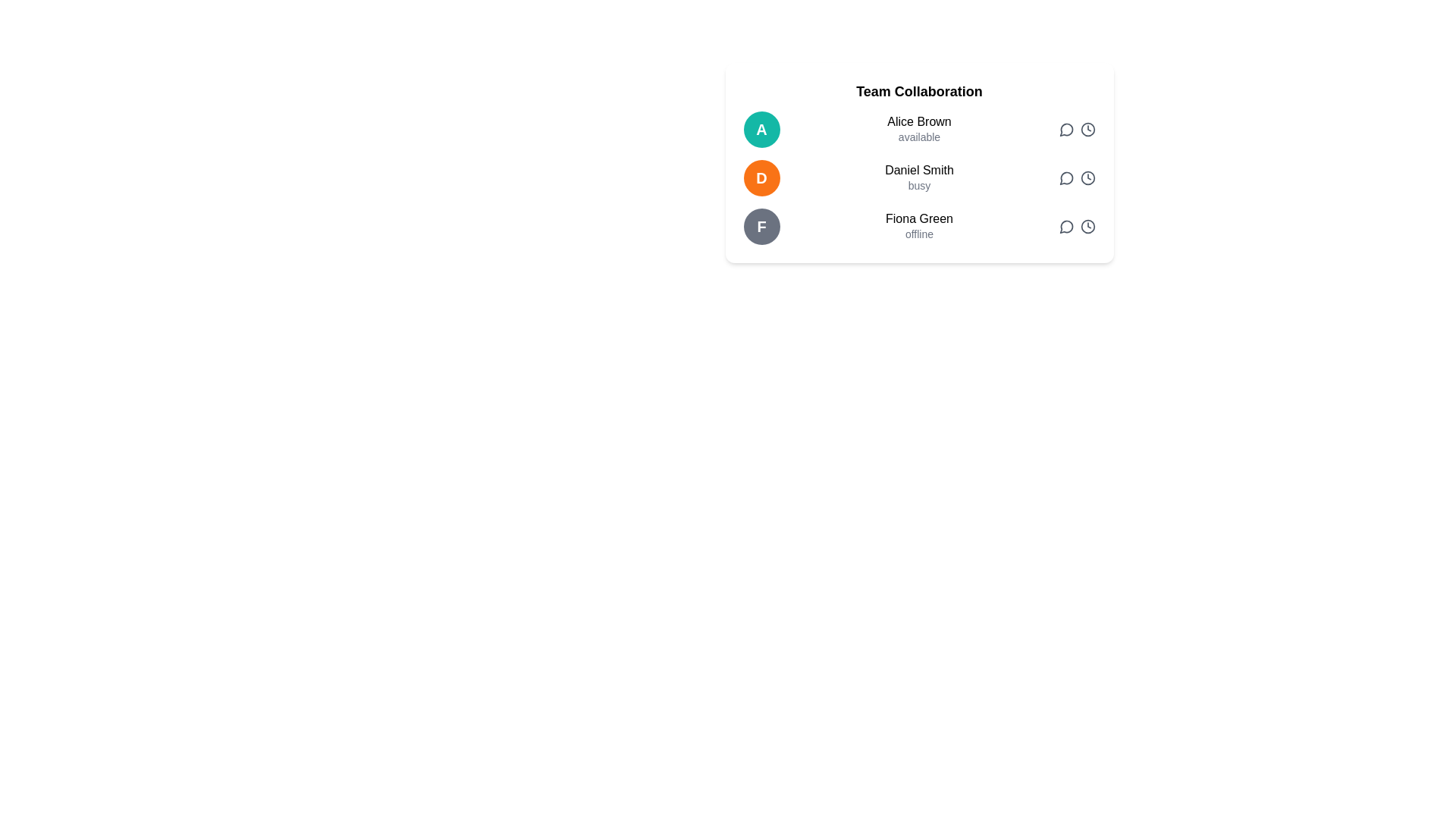 Image resolution: width=1456 pixels, height=819 pixels. Describe the element at coordinates (918, 137) in the screenshot. I see `the gray text label located directly below the name 'Alice Brown', which is styled in a smaller font size and aligned with Alice's avatar and action icons` at that location.